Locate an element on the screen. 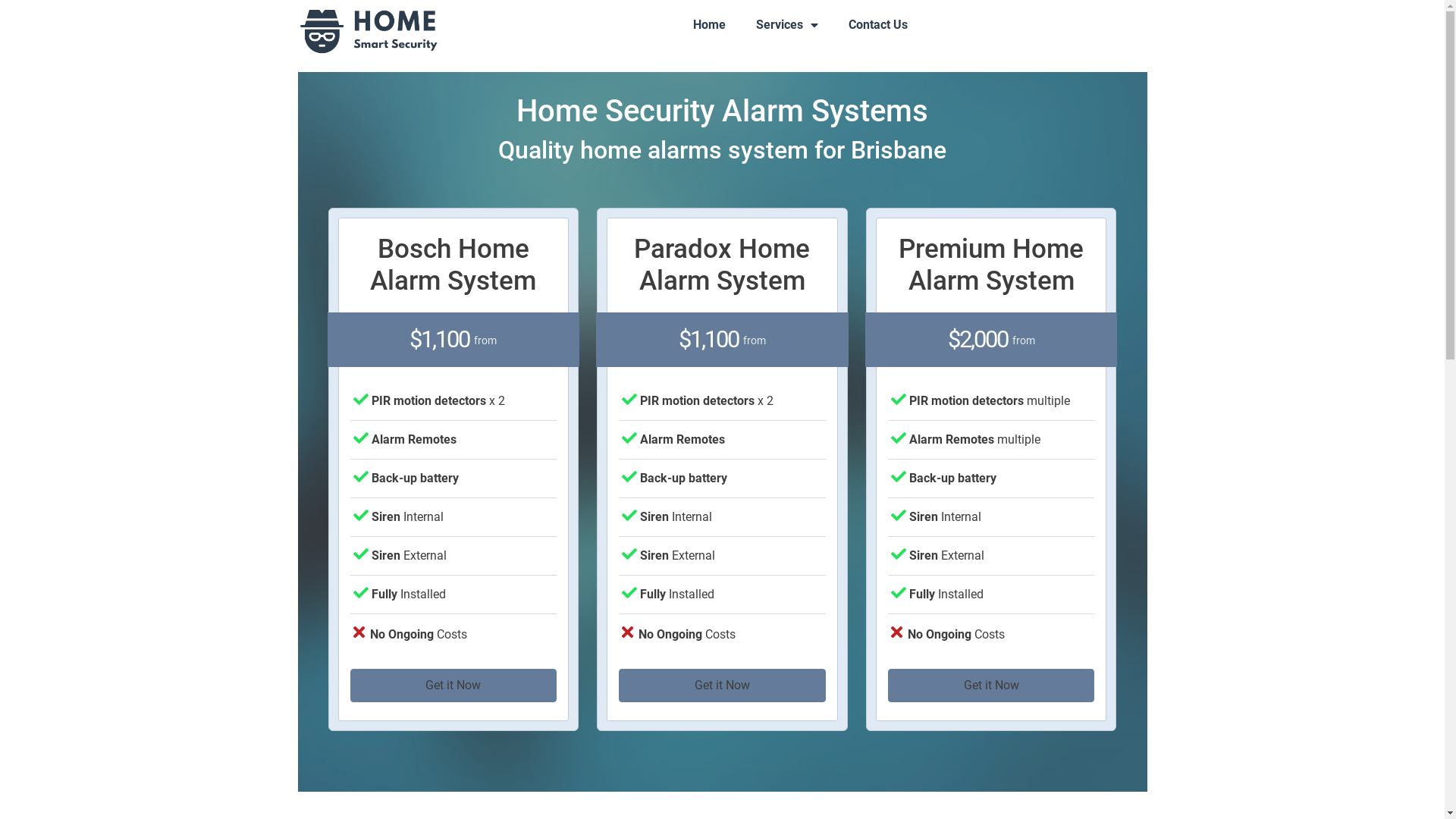  'Get it Now' is located at coordinates (721, 685).